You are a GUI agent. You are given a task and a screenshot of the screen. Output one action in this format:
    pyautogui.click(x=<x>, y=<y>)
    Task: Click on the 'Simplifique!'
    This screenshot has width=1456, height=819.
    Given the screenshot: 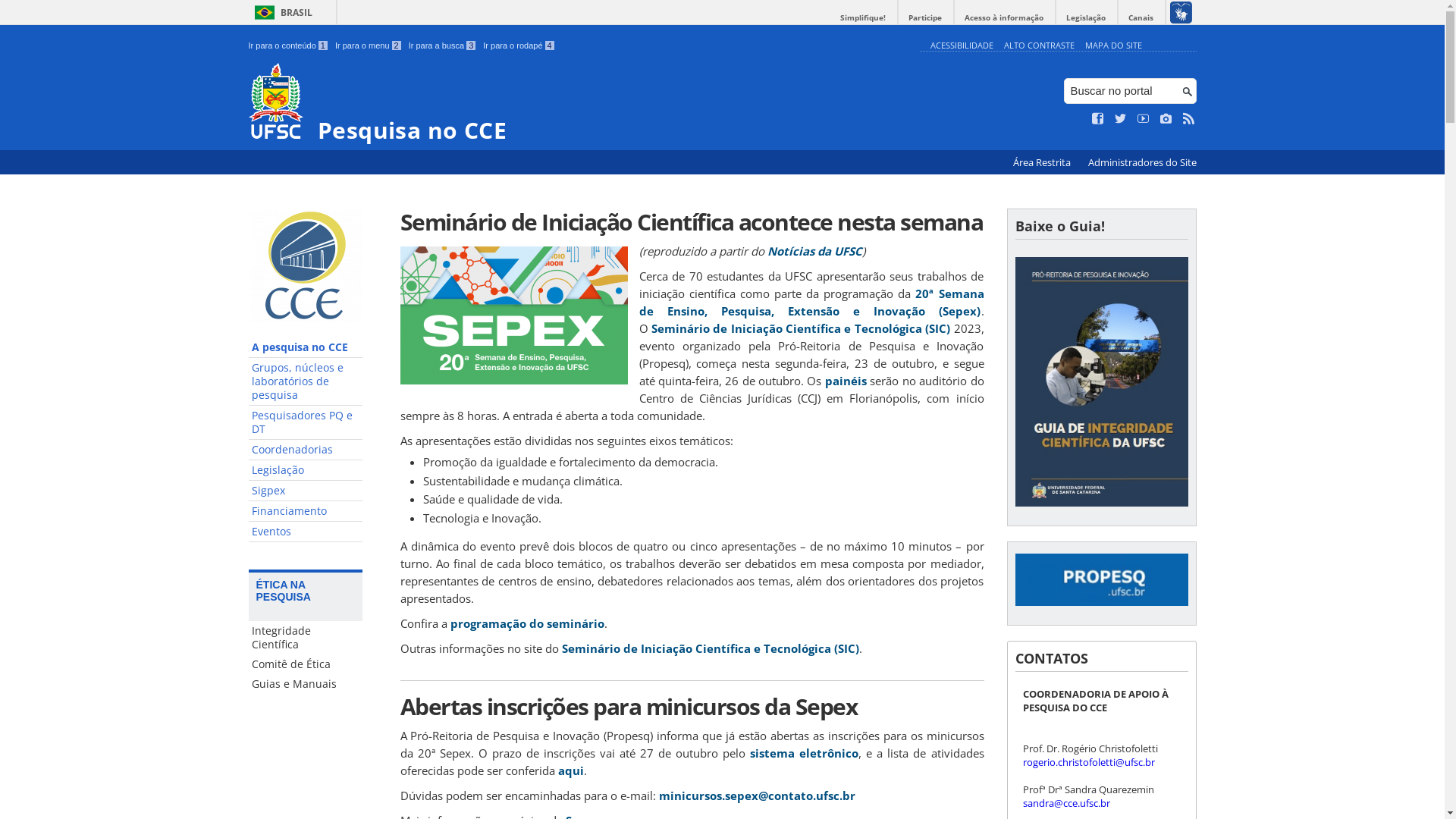 What is the action you would take?
    pyautogui.click(x=862, y=17)
    